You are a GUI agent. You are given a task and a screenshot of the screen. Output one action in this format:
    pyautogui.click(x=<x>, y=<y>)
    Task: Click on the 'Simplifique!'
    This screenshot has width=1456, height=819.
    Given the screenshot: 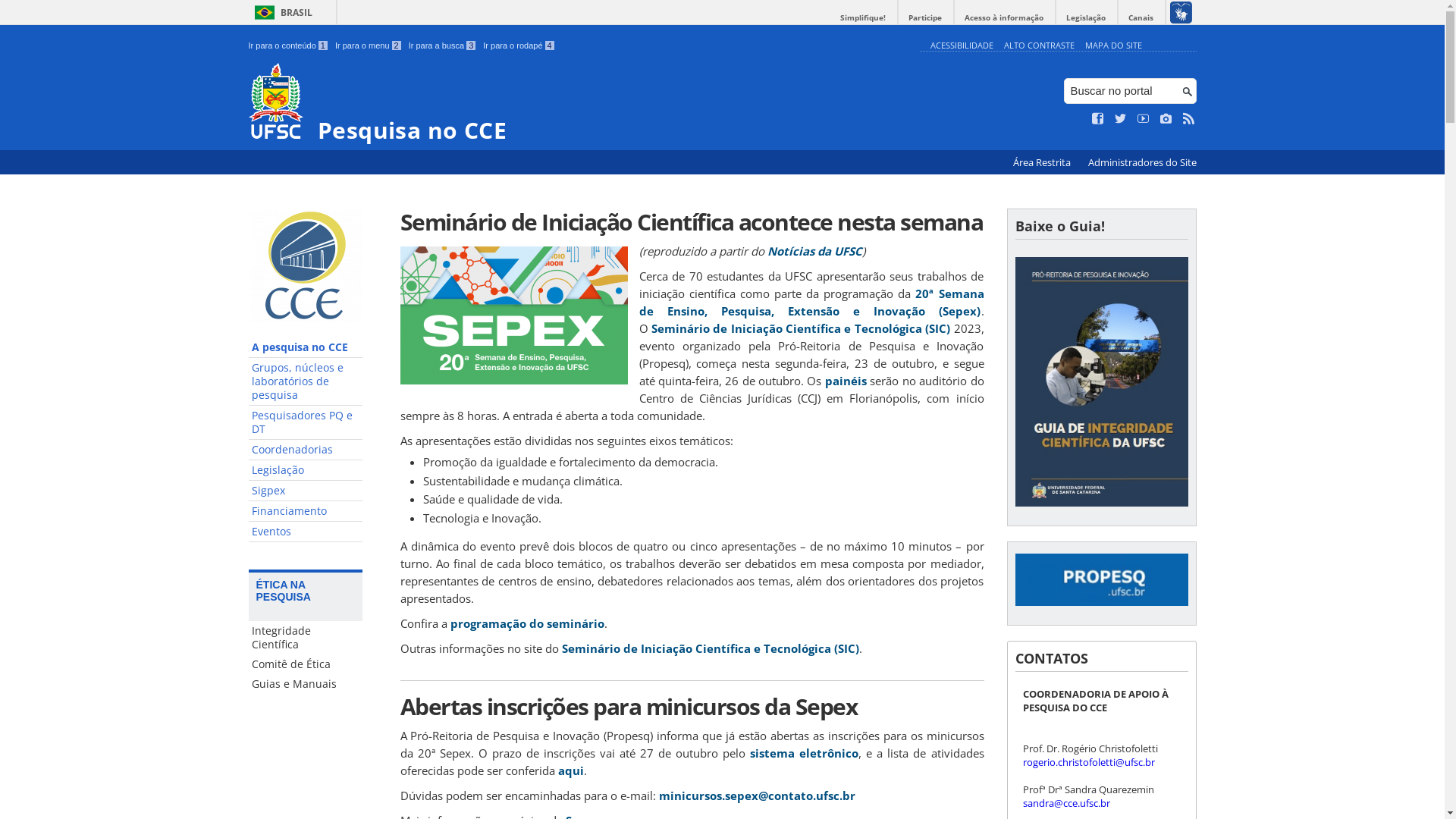 What is the action you would take?
    pyautogui.click(x=862, y=17)
    